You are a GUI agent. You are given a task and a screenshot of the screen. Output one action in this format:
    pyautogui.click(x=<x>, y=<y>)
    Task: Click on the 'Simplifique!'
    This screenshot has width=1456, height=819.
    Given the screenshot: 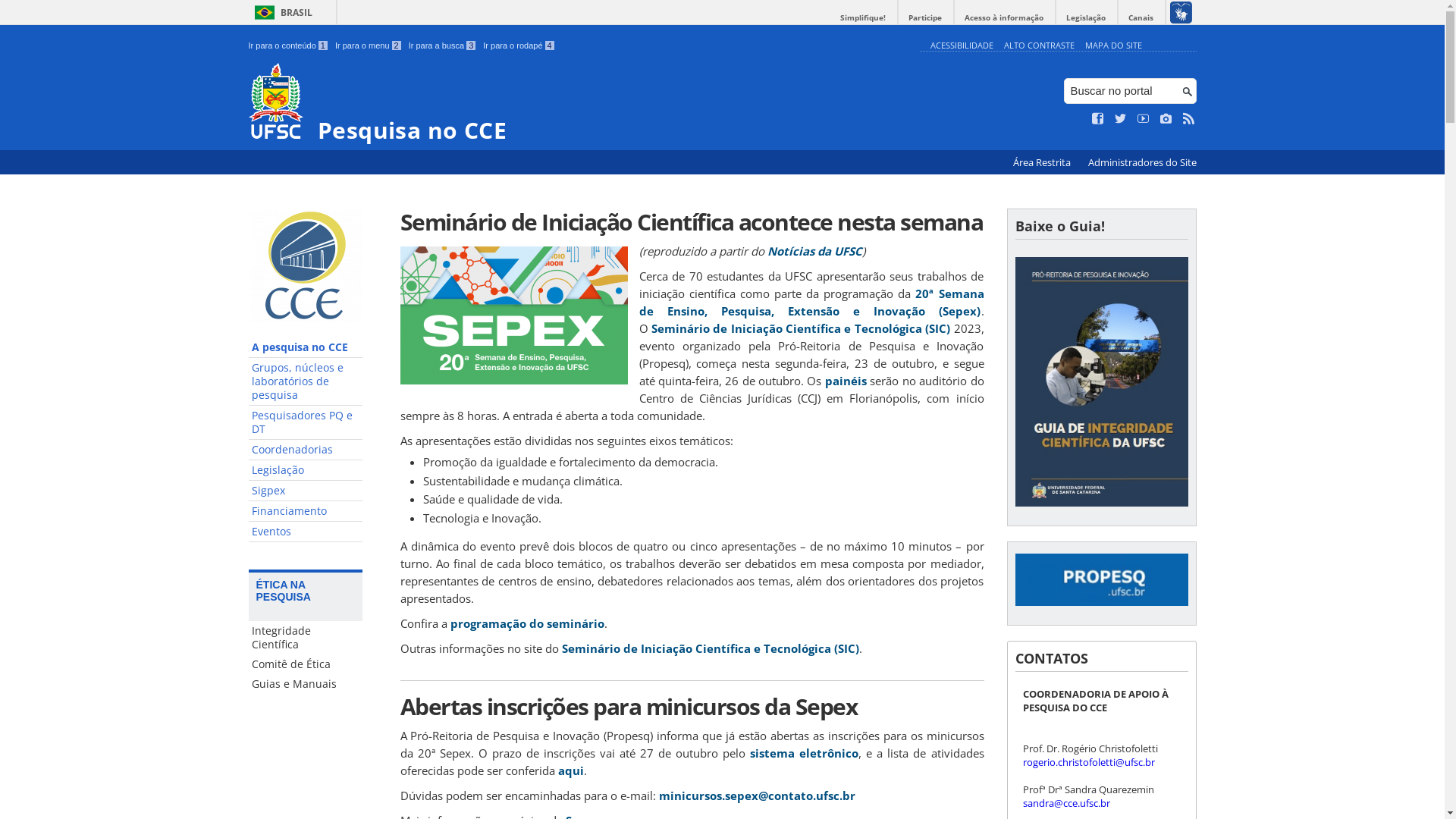 What is the action you would take?
    pyautogui.click(x=862, y=17)
    